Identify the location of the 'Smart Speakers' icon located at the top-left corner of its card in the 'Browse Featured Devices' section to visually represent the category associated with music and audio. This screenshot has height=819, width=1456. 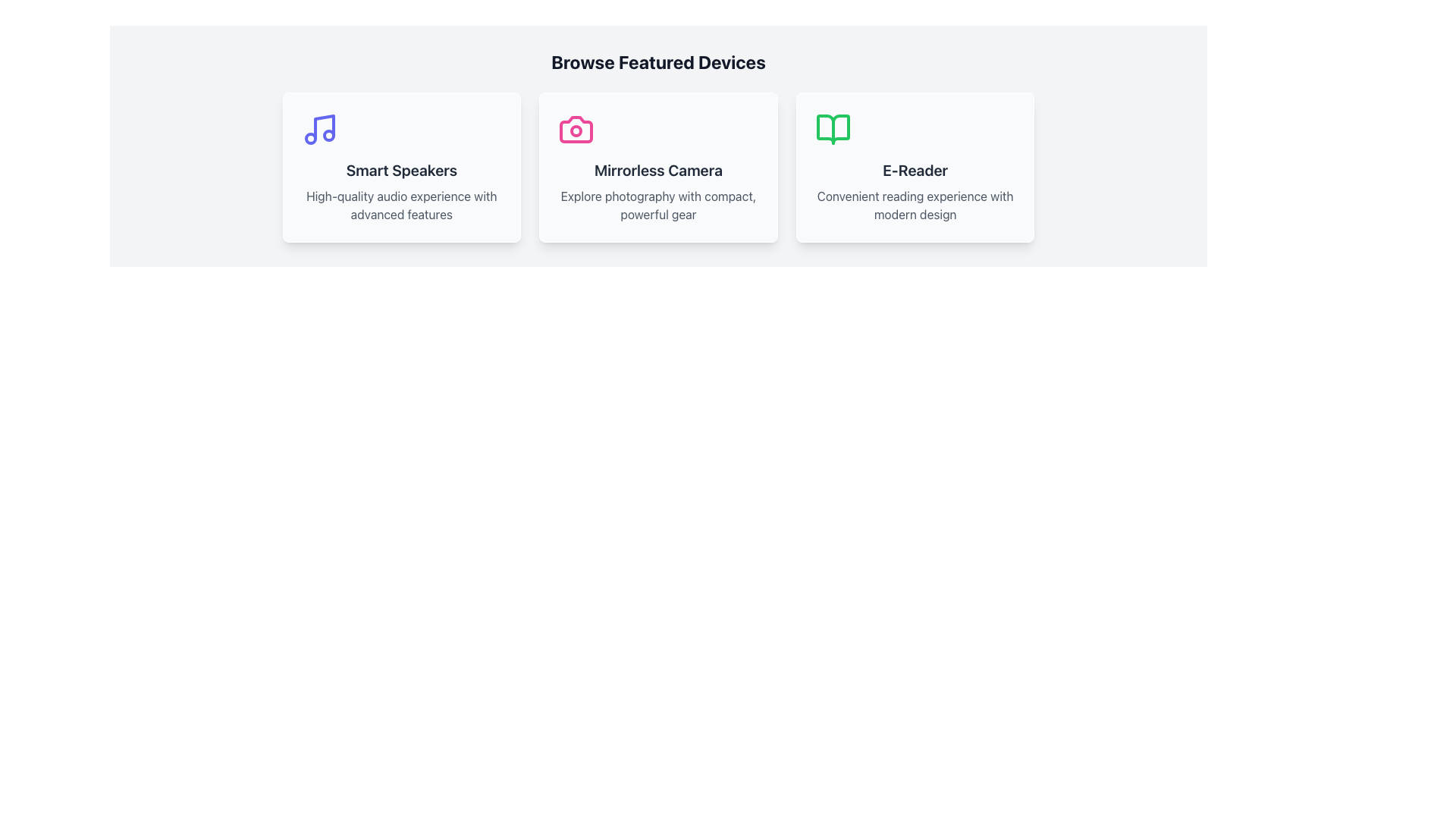
(318, 128).